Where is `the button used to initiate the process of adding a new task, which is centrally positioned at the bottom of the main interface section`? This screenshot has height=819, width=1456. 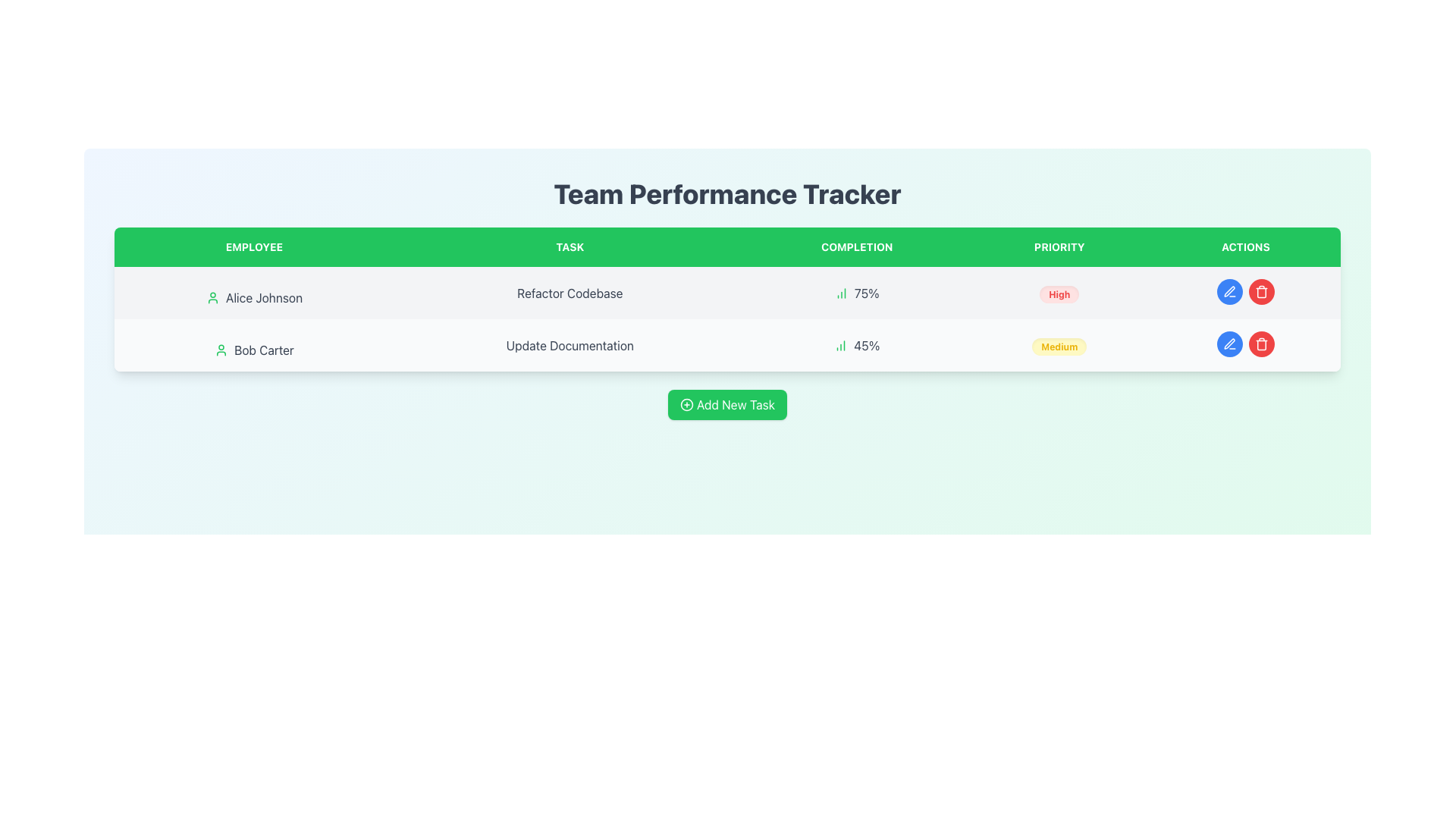
the button used to initiate the process of adding a new task, which is centrally positioned at the bottom of the main interface section is located at coordinates (726, 403).